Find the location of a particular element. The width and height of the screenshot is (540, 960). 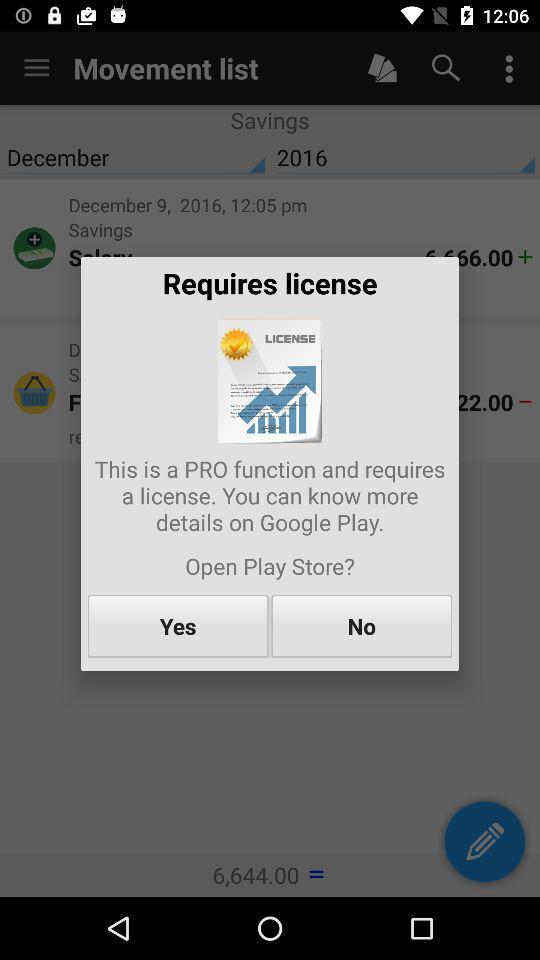

the no item is located at coordinates (360, 625).